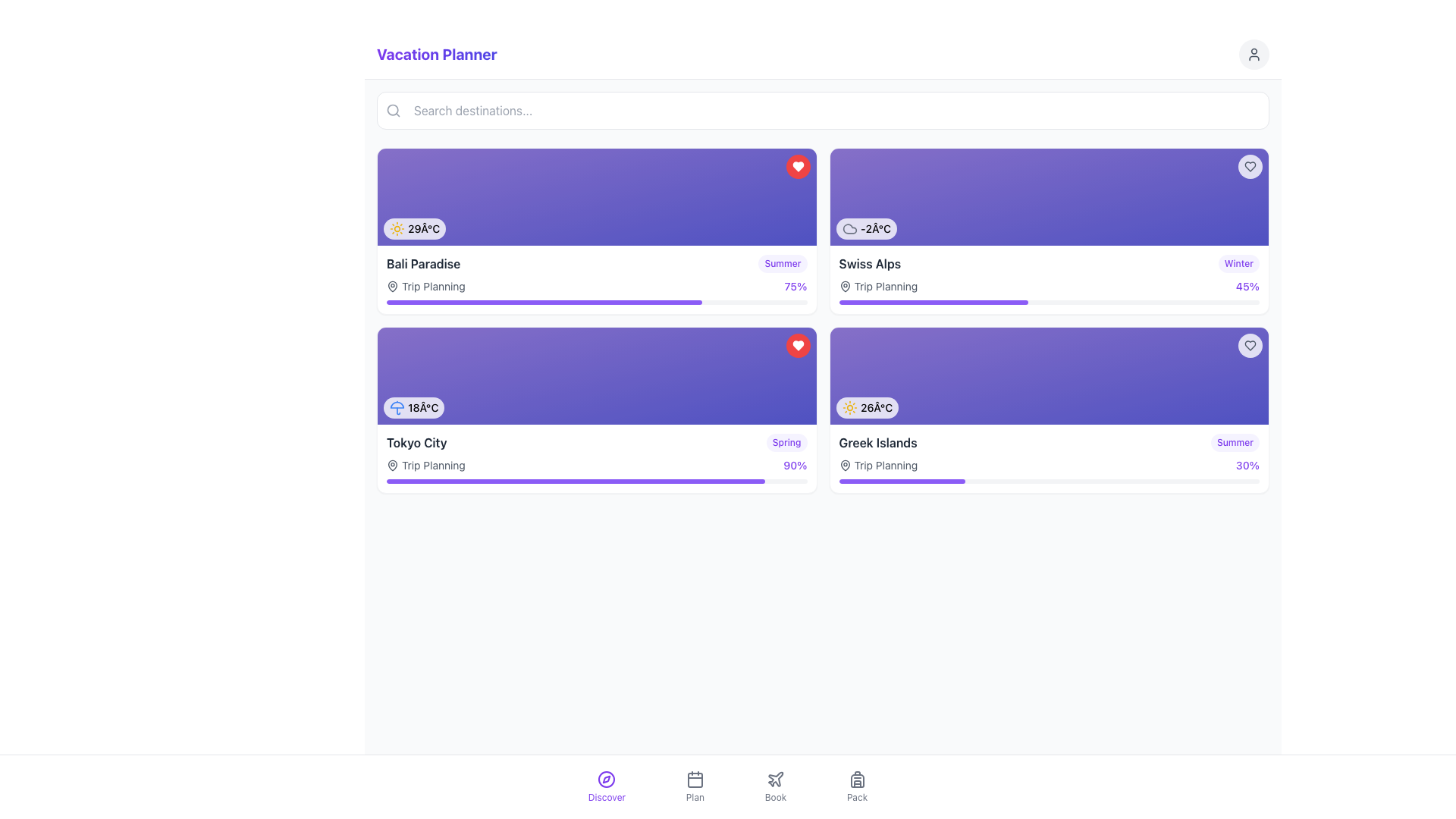 This screenshot has width=1456, height=819. Describe the element at coordinates (393, 110) in the screenshot. I see `the surrounding input field by interacting with the magnifying glass icon located inside the search bar to the left of the placeholder text 'Search destinations...'` at that location.